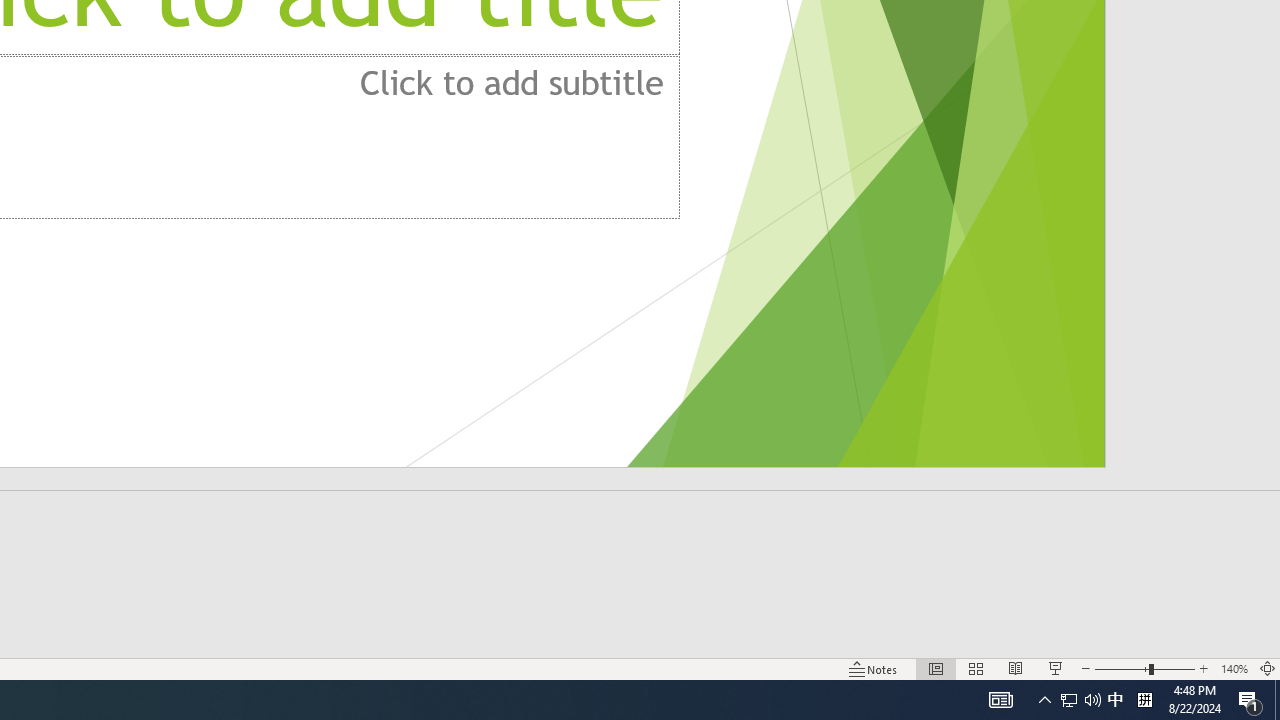  What do you see at coordinates (1203, 669) in the screenshot?
I see `'Zoom In'` at bounding box center [1203, 669].